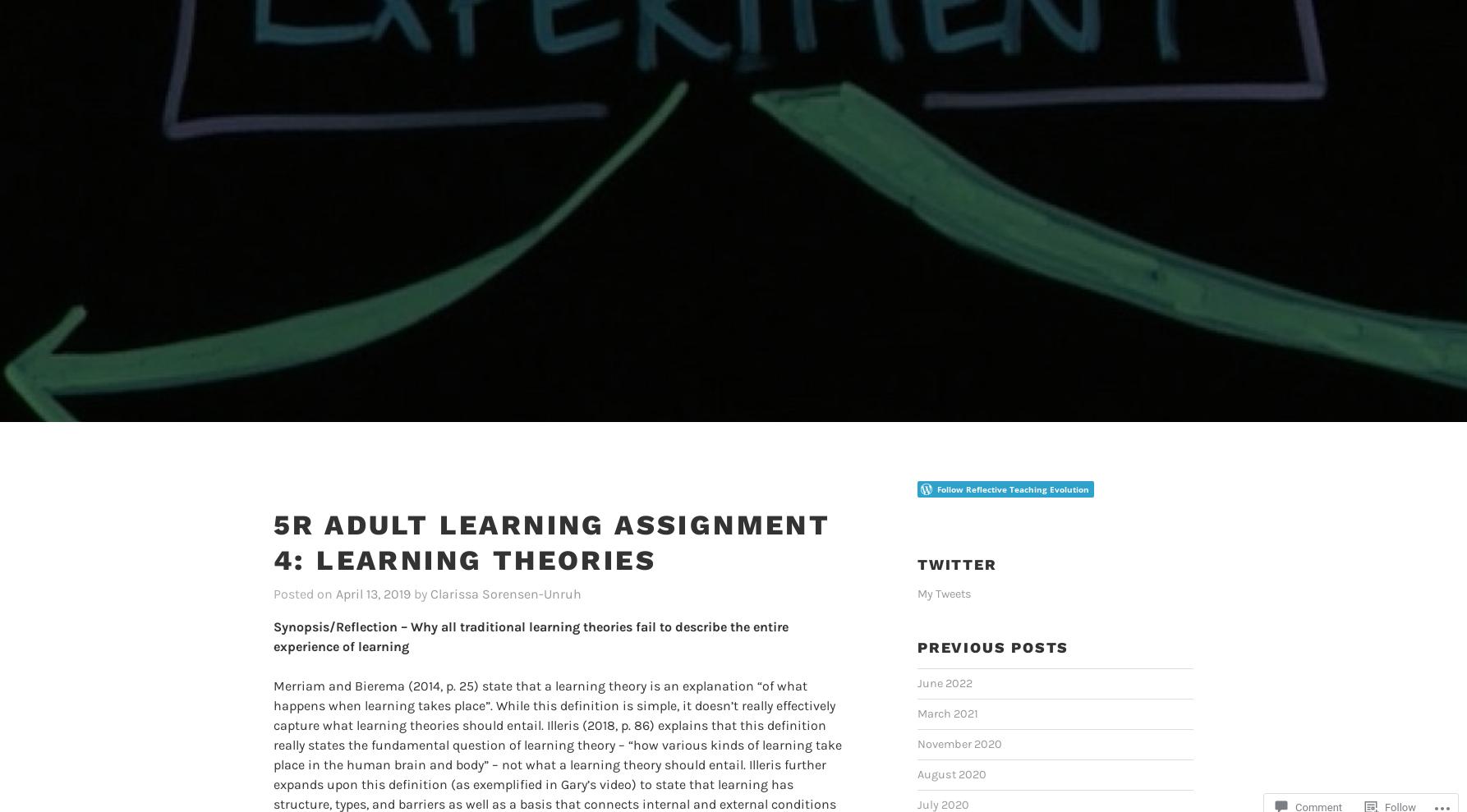  What do you see at coordinates (916, 778) in the screenshot?
I see `'July 2020'` at bounding box center [916, 778].